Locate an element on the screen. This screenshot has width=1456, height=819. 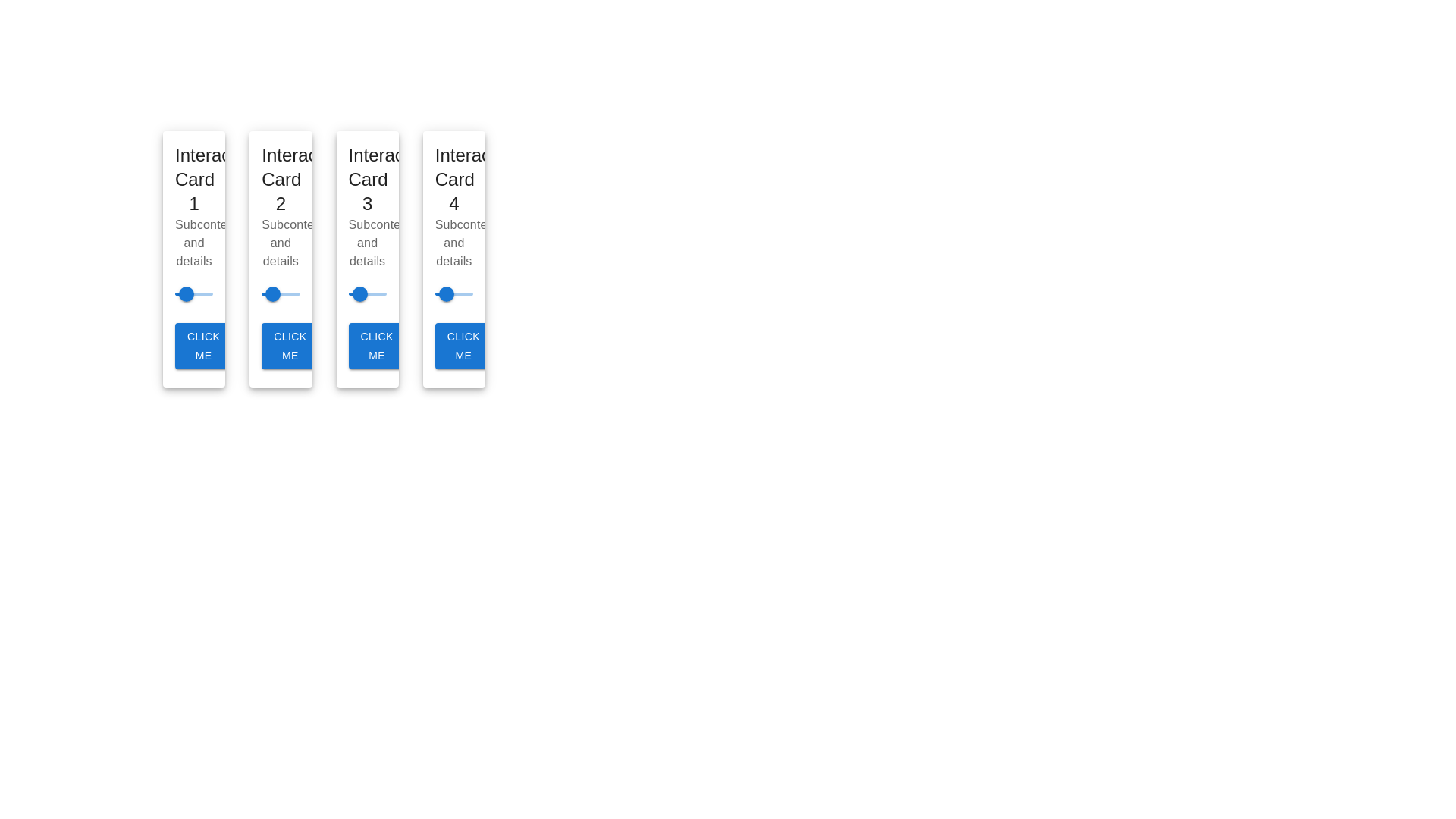
the multi-line static text saying 'Subcontent and details' located in 'Interactive Card 4' below the title and above the slider and button labeled 'Click Me' is located at coordinates (453, 243).